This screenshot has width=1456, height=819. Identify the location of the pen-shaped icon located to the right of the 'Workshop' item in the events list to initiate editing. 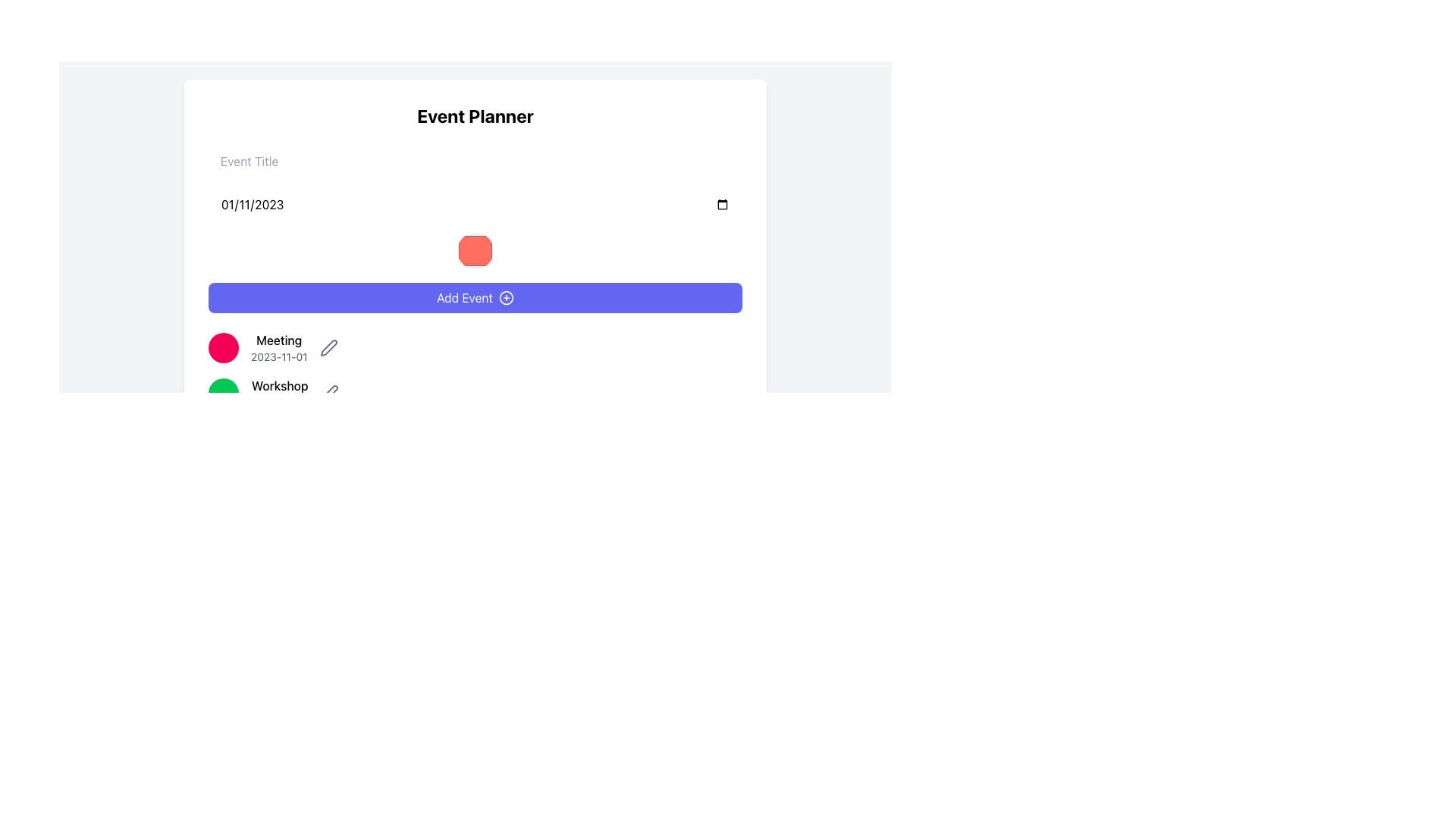
(328, 348).